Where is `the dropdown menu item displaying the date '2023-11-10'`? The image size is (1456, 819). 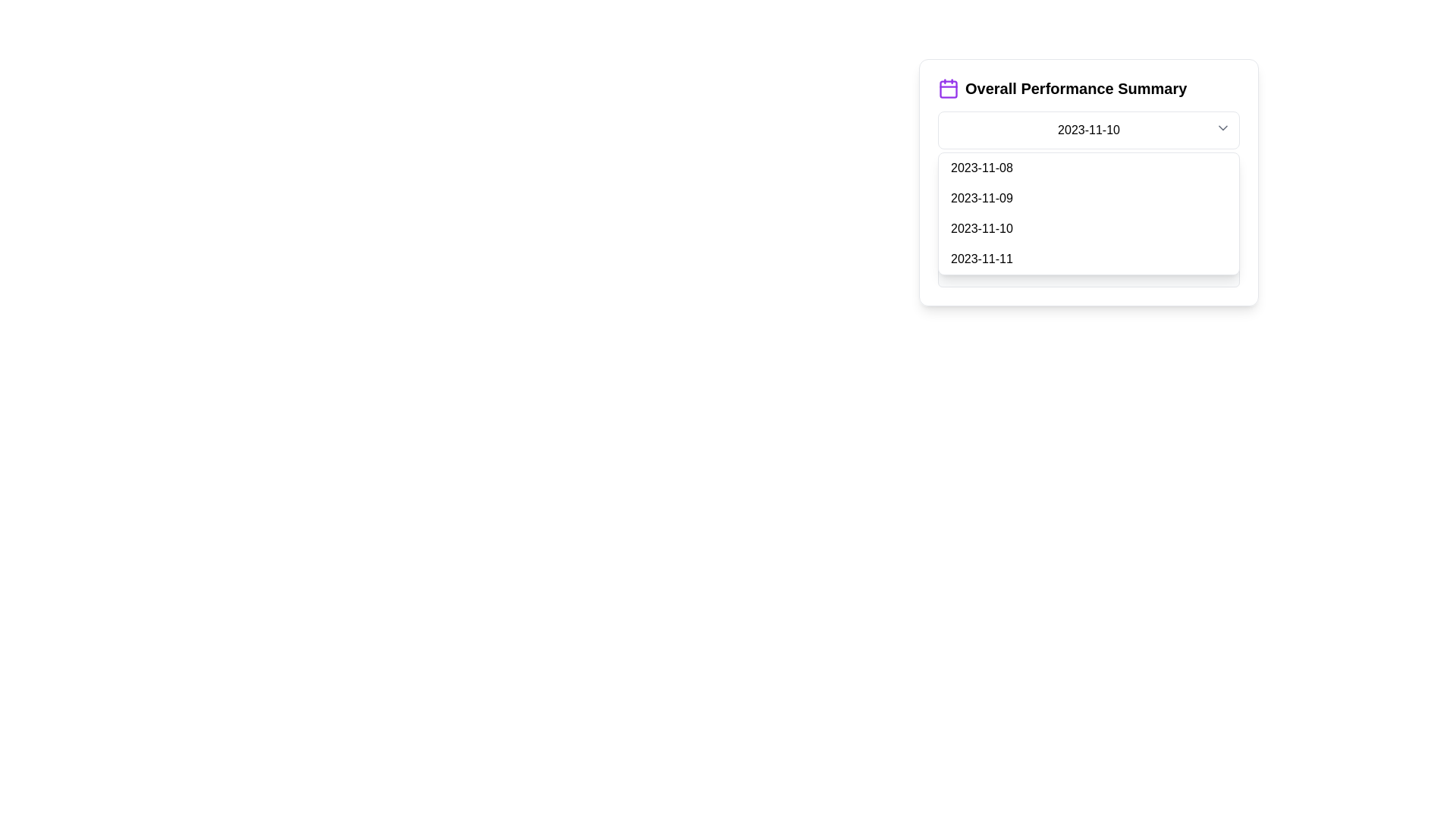 the dropdown menu item displaying the date '2023-11-10' is located at coordinates (1087, 181).